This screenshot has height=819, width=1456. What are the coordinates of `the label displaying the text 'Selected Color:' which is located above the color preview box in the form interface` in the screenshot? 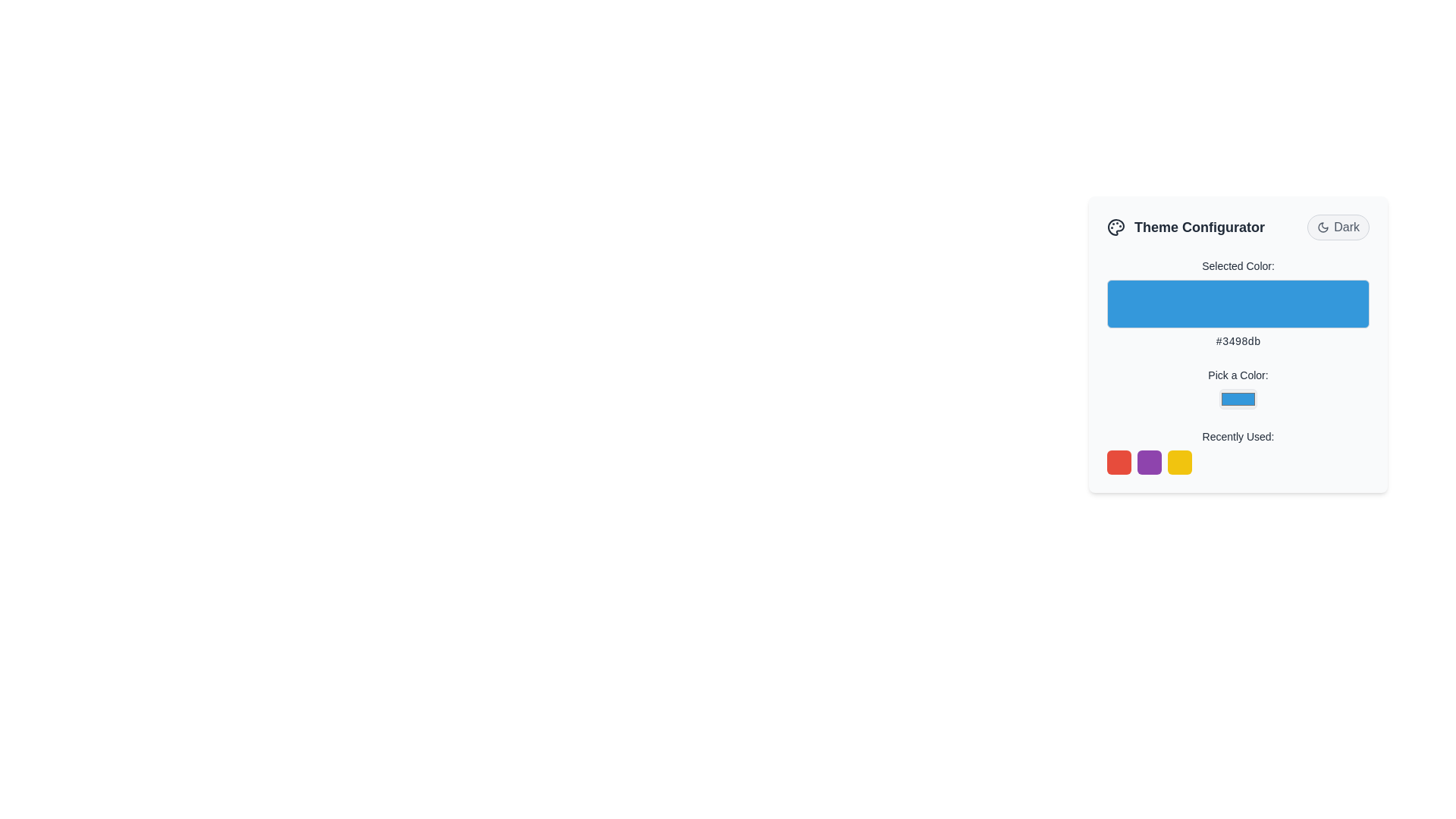 It's located at (1238, 265).